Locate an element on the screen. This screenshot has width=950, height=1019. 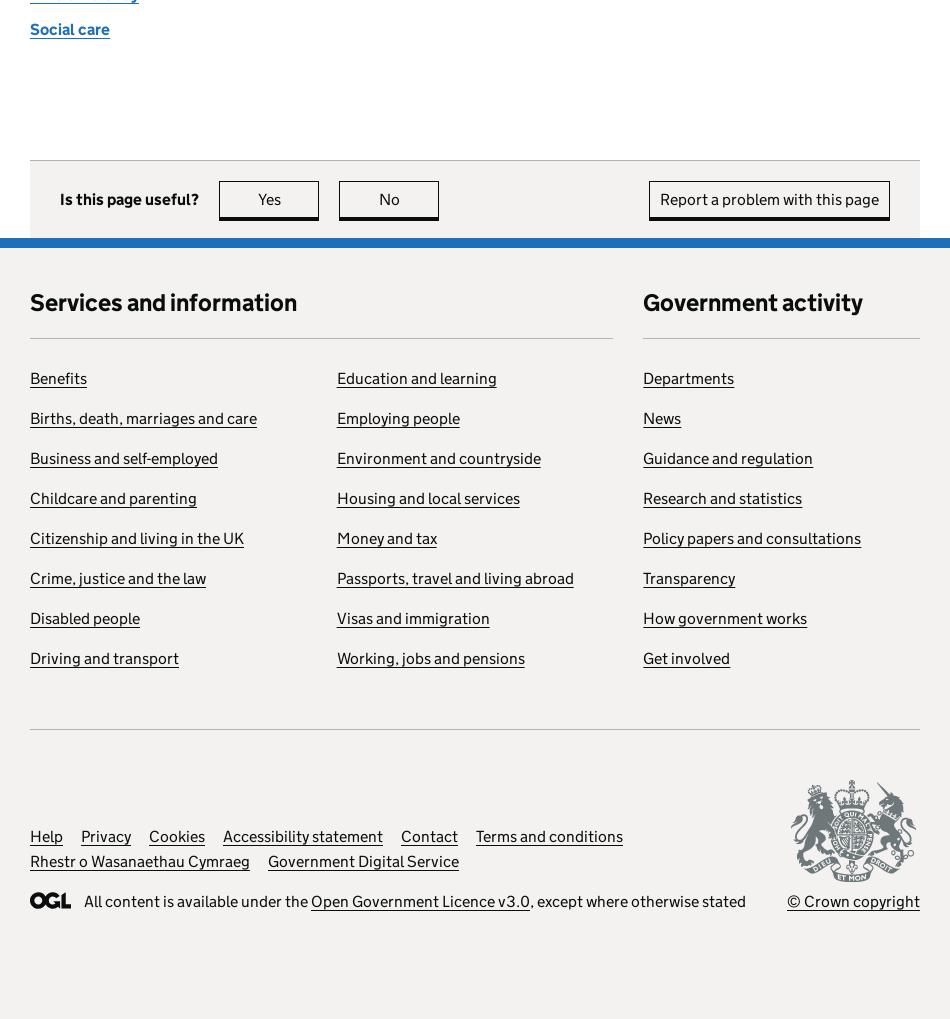
'Open Government Licence v3.0' is located at coordinates (419, 901).